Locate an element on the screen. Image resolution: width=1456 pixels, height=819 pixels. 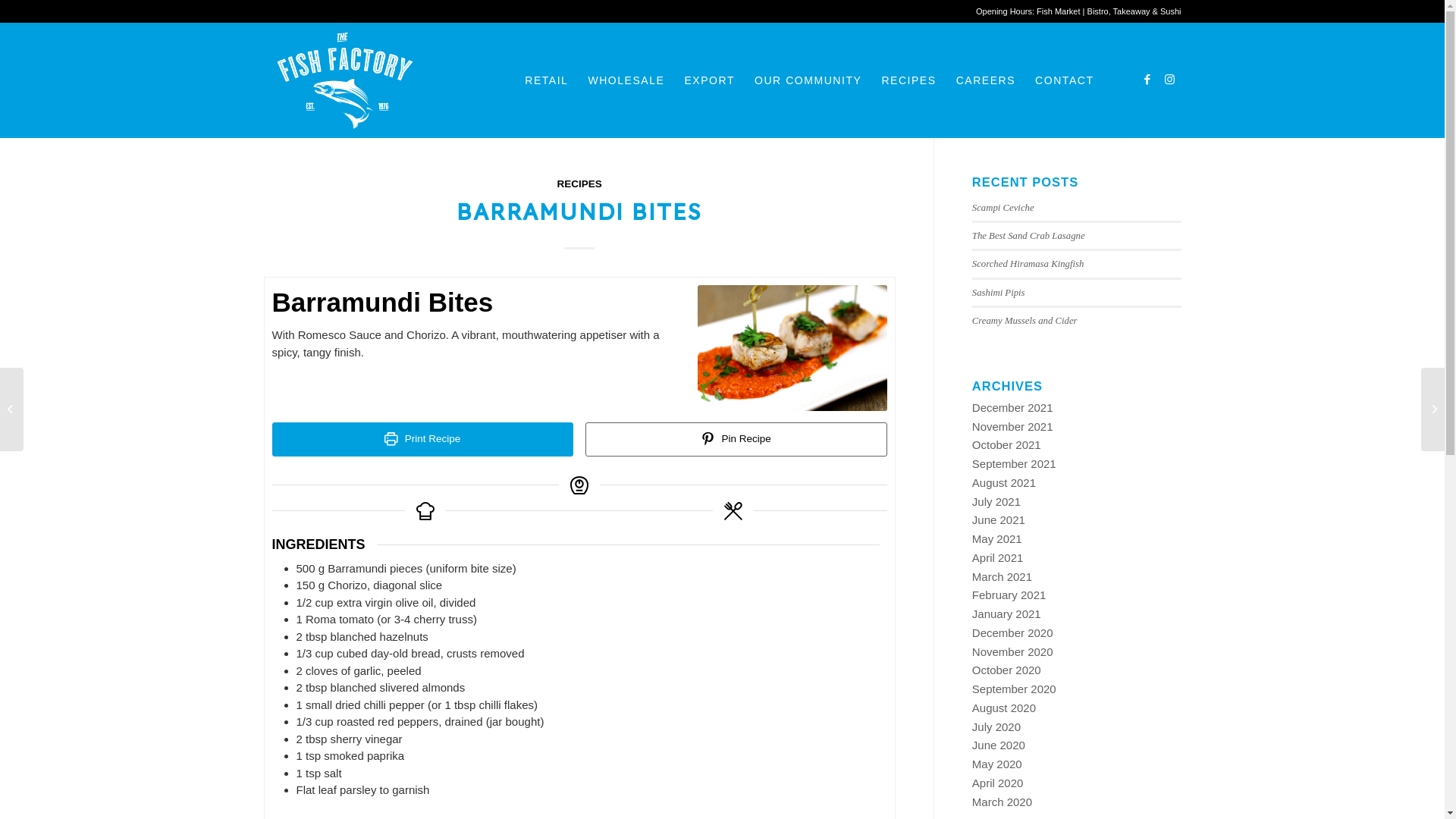
'Sashimi Pipis' is located at coordinates (998, 292).